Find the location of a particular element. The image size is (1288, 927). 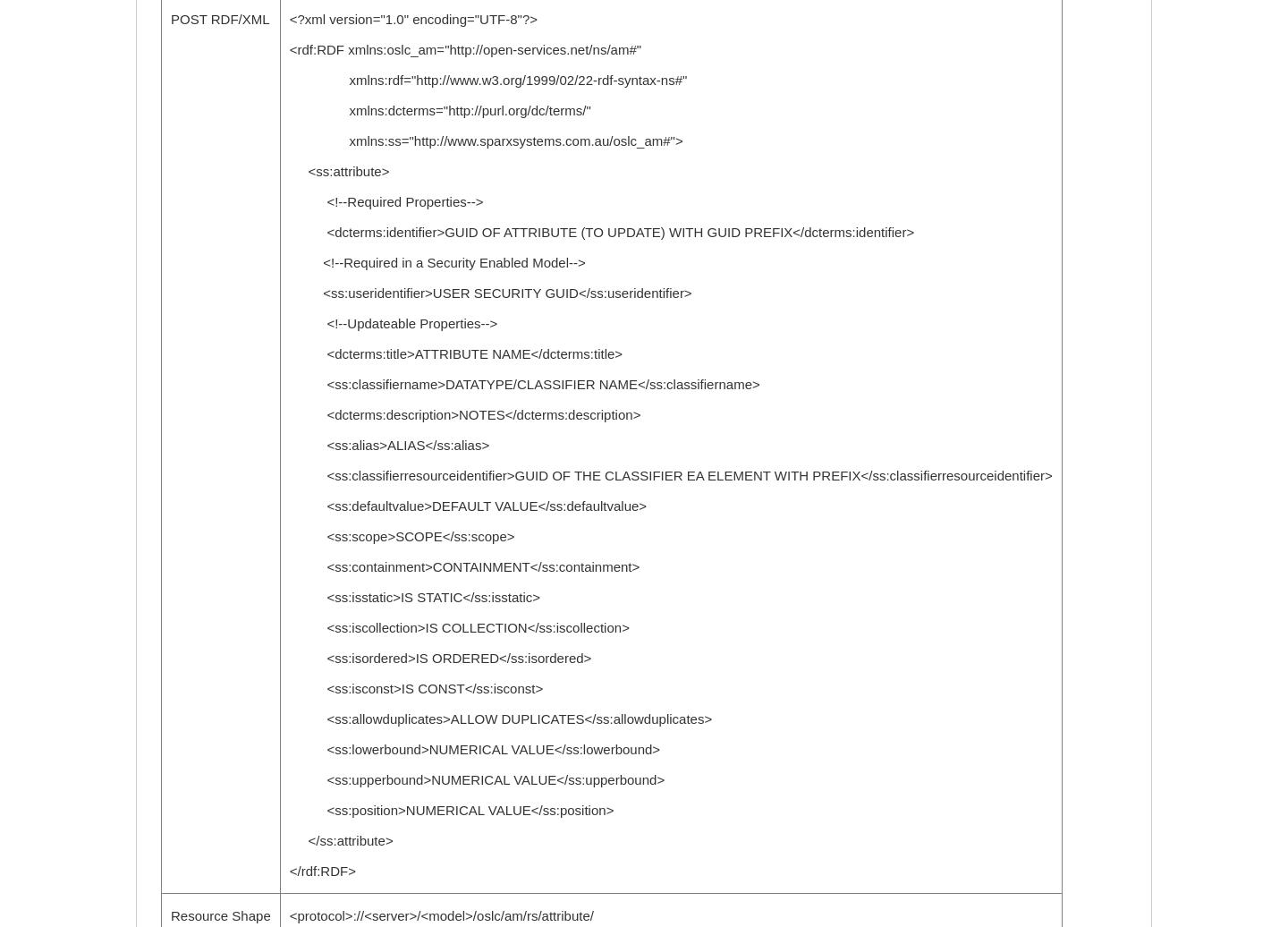

'<ss:isstatic>IS STATIC</ss:isstatic>' is located at coordinates (288, 597).